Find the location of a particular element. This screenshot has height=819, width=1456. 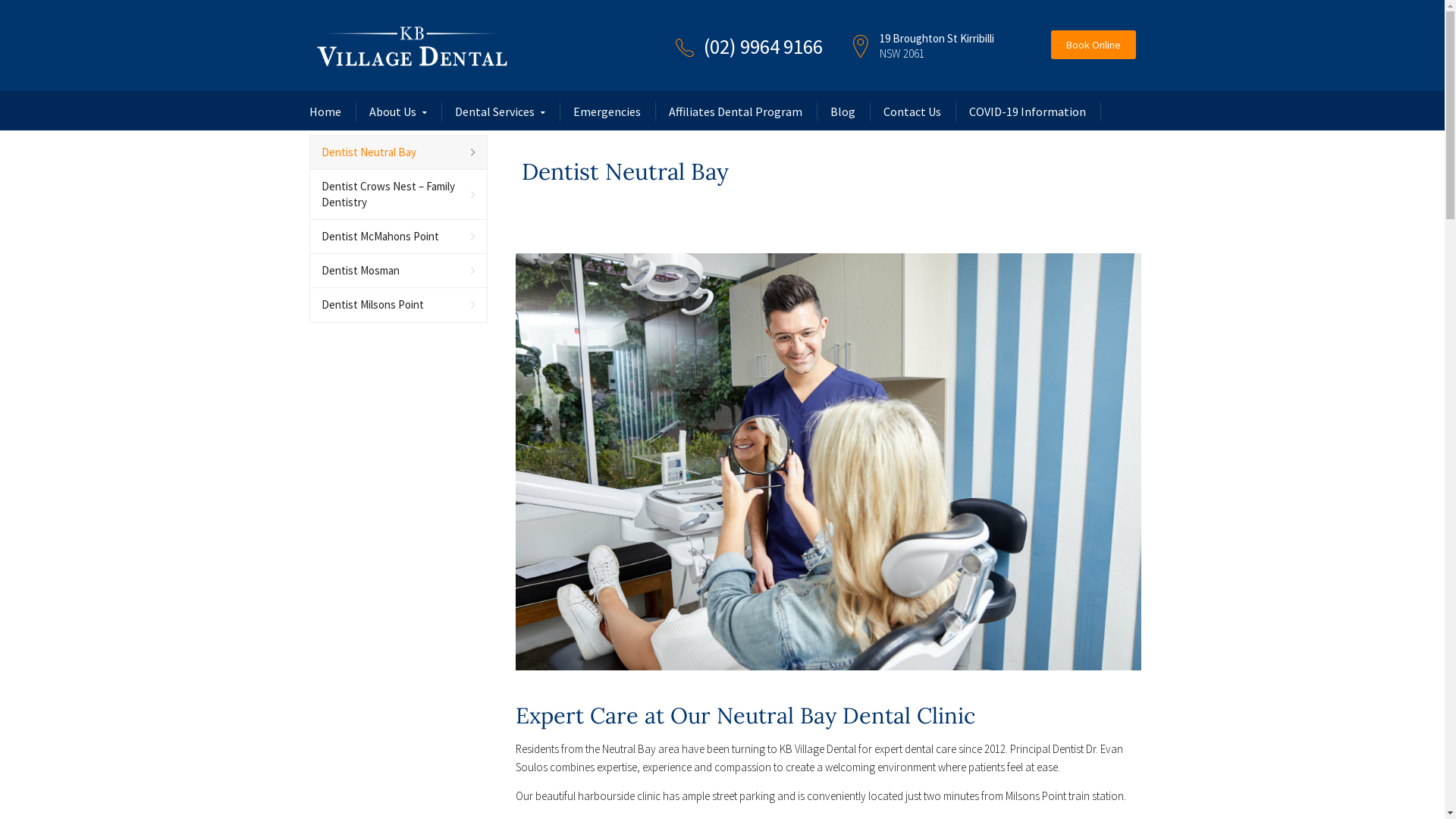

'Affiliates Dental Program' is located at coordinates (668, 110).